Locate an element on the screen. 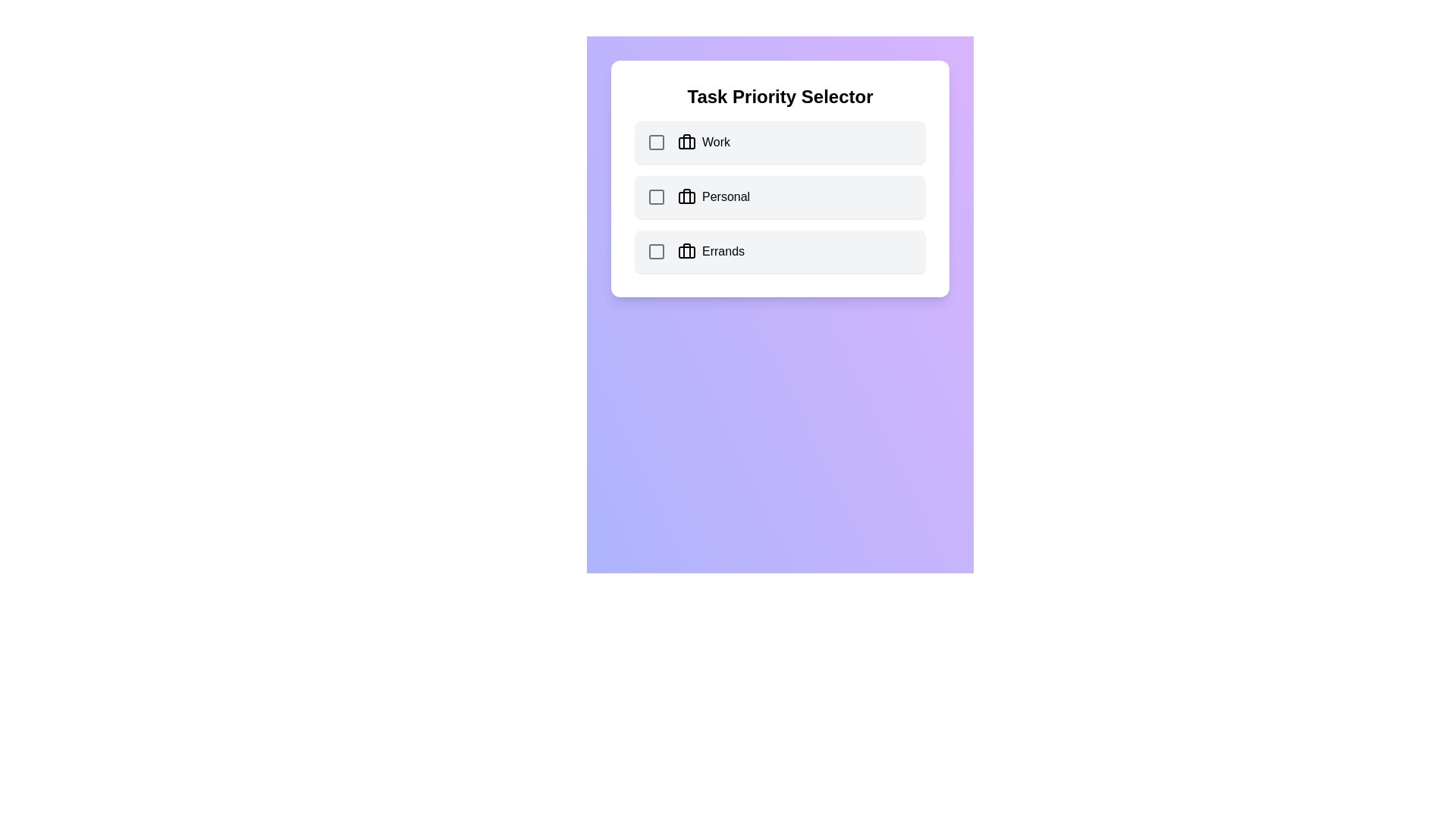 This screenshot has width=1456, height=819. the category Errands is located at coordinates (780, 250).